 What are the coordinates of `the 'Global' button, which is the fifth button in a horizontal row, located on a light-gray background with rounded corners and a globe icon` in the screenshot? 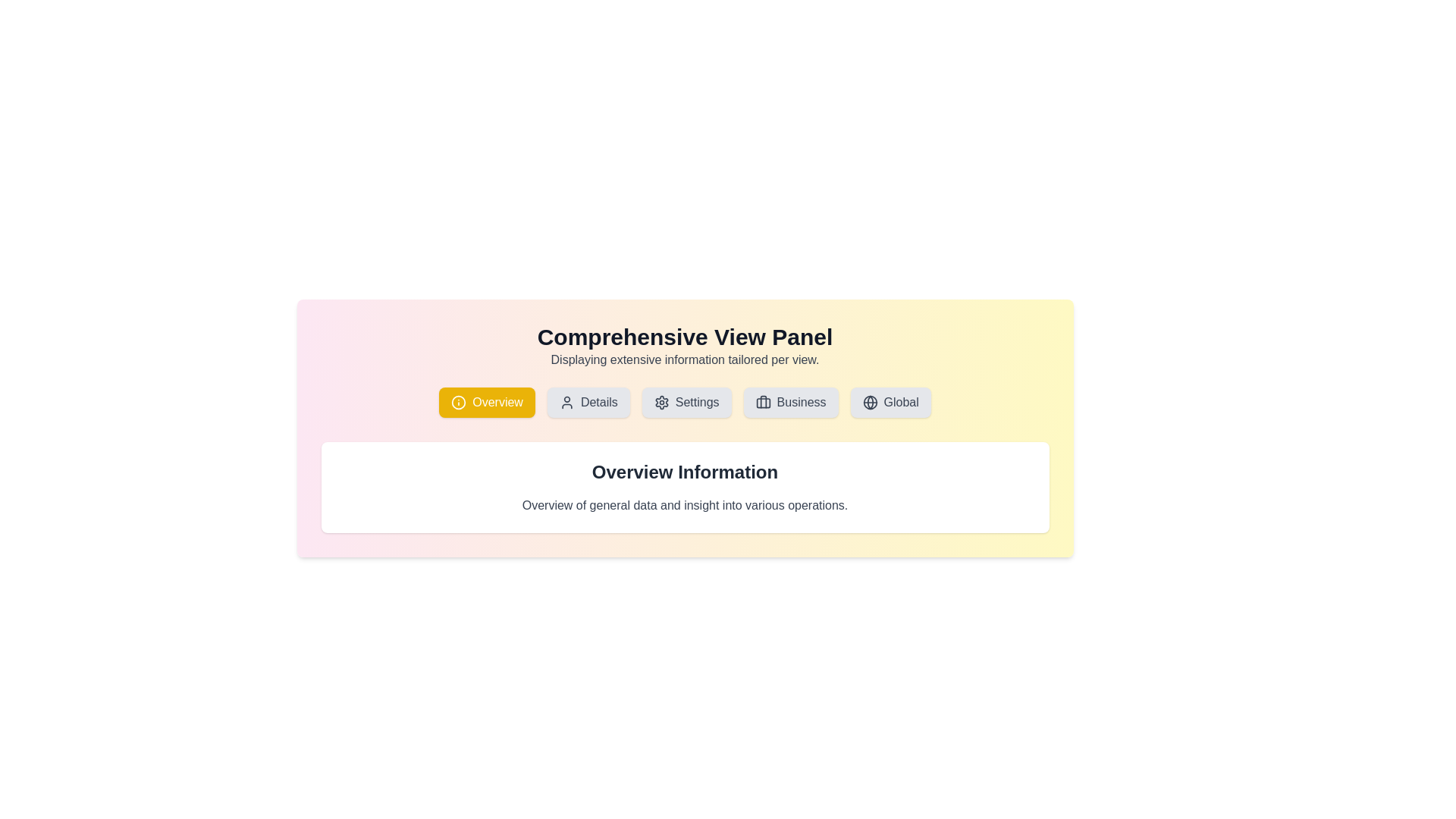 It's located at (890, 402).